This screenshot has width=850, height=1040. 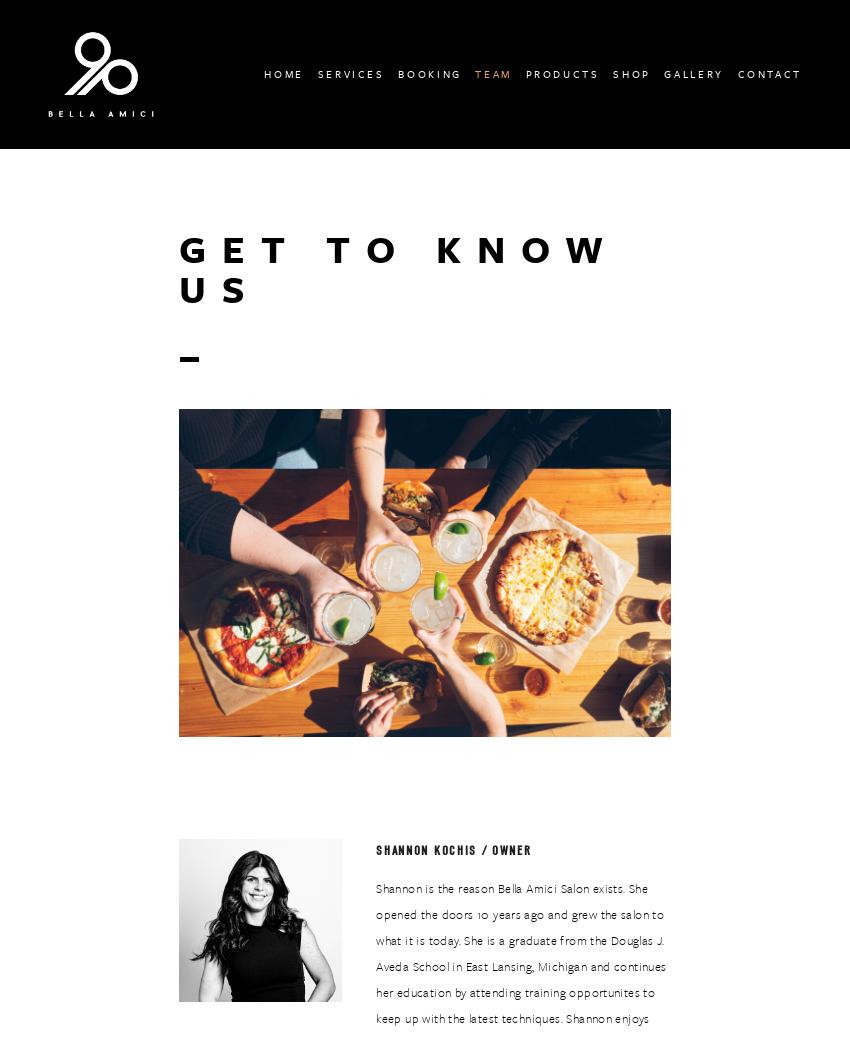 What do you see at coordinates (349, 72) in the screenshot?
I see `'Services'` at bounding box center [349, 72].